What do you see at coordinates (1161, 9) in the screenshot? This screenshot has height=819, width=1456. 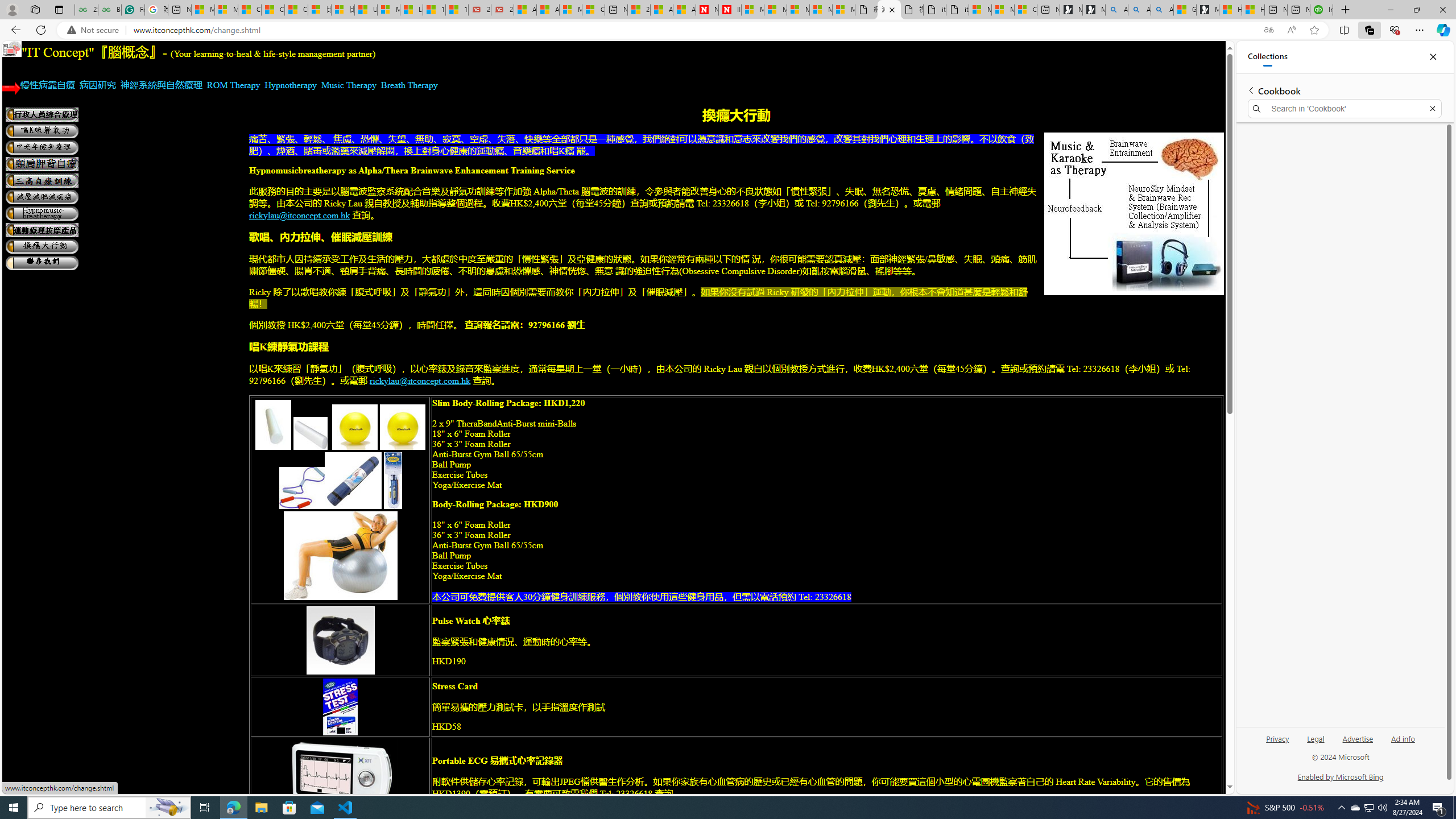 I see `'Alabama high school quarterback dies - Search Videos'` at bounding box center [1161, 9].